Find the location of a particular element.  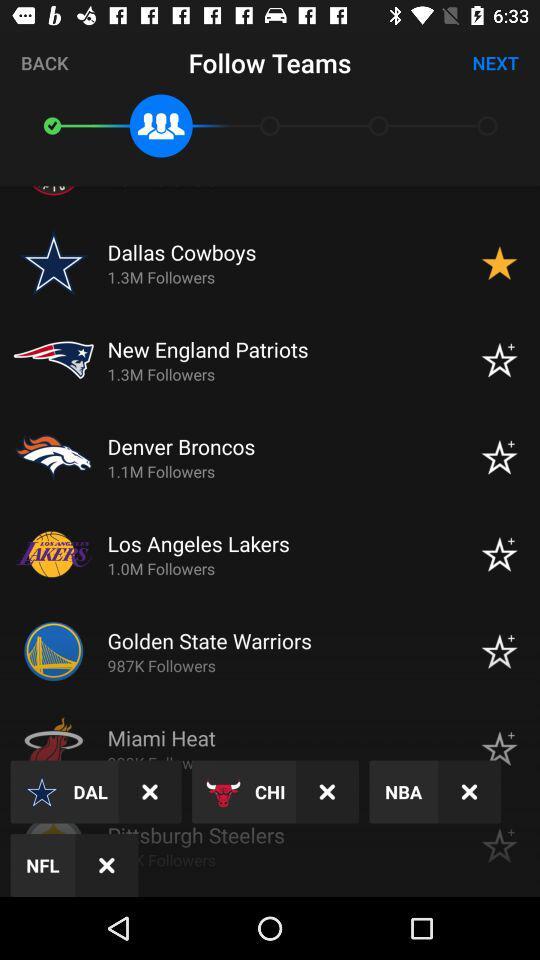

the close icon is located at coordinates (106, 864).